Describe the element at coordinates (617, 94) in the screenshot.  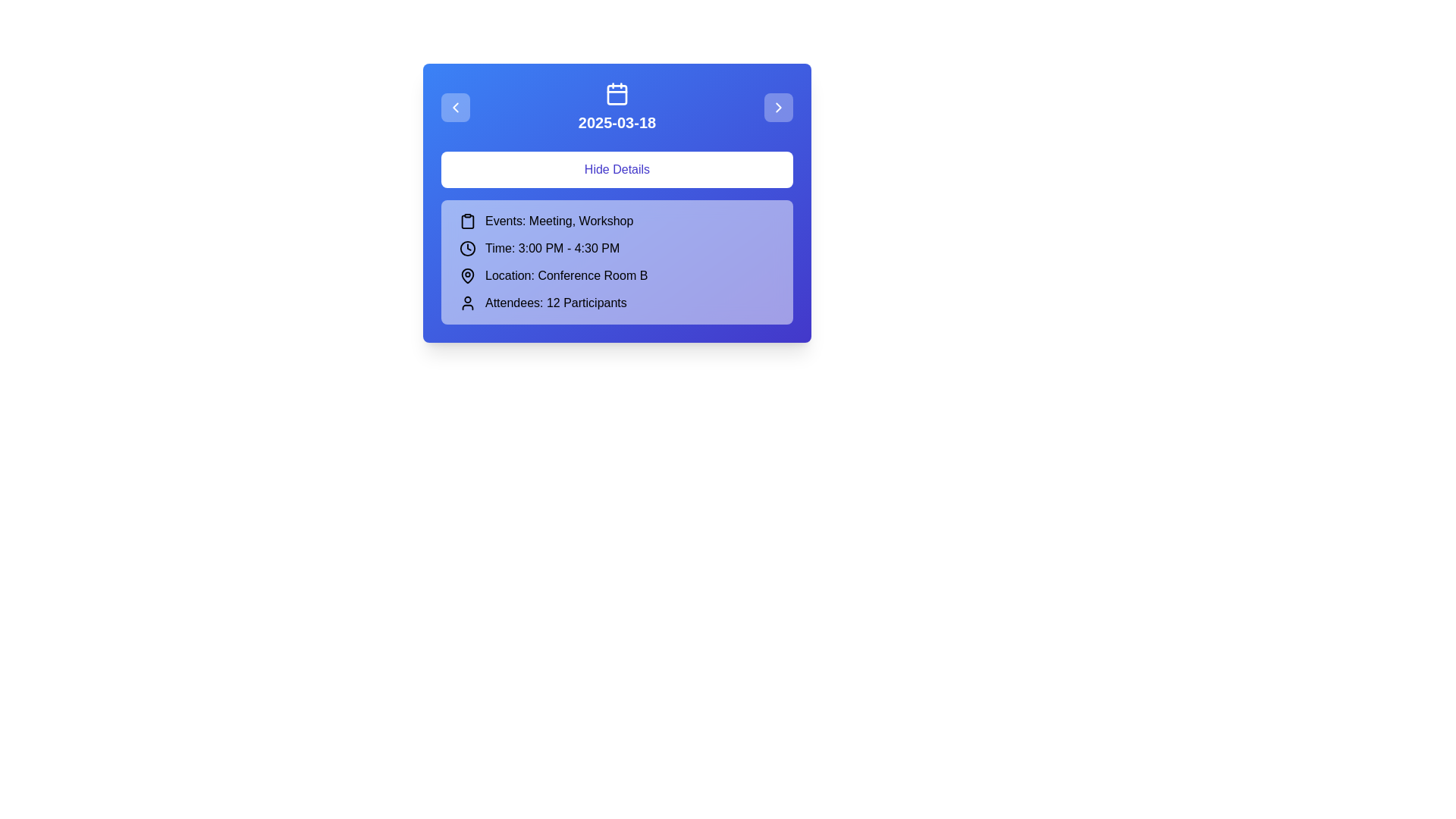
I see `the blue rounded rectangle icon component within the calendar icon, located at the top of the interface, above the date text '2025-03-18'` at that location.